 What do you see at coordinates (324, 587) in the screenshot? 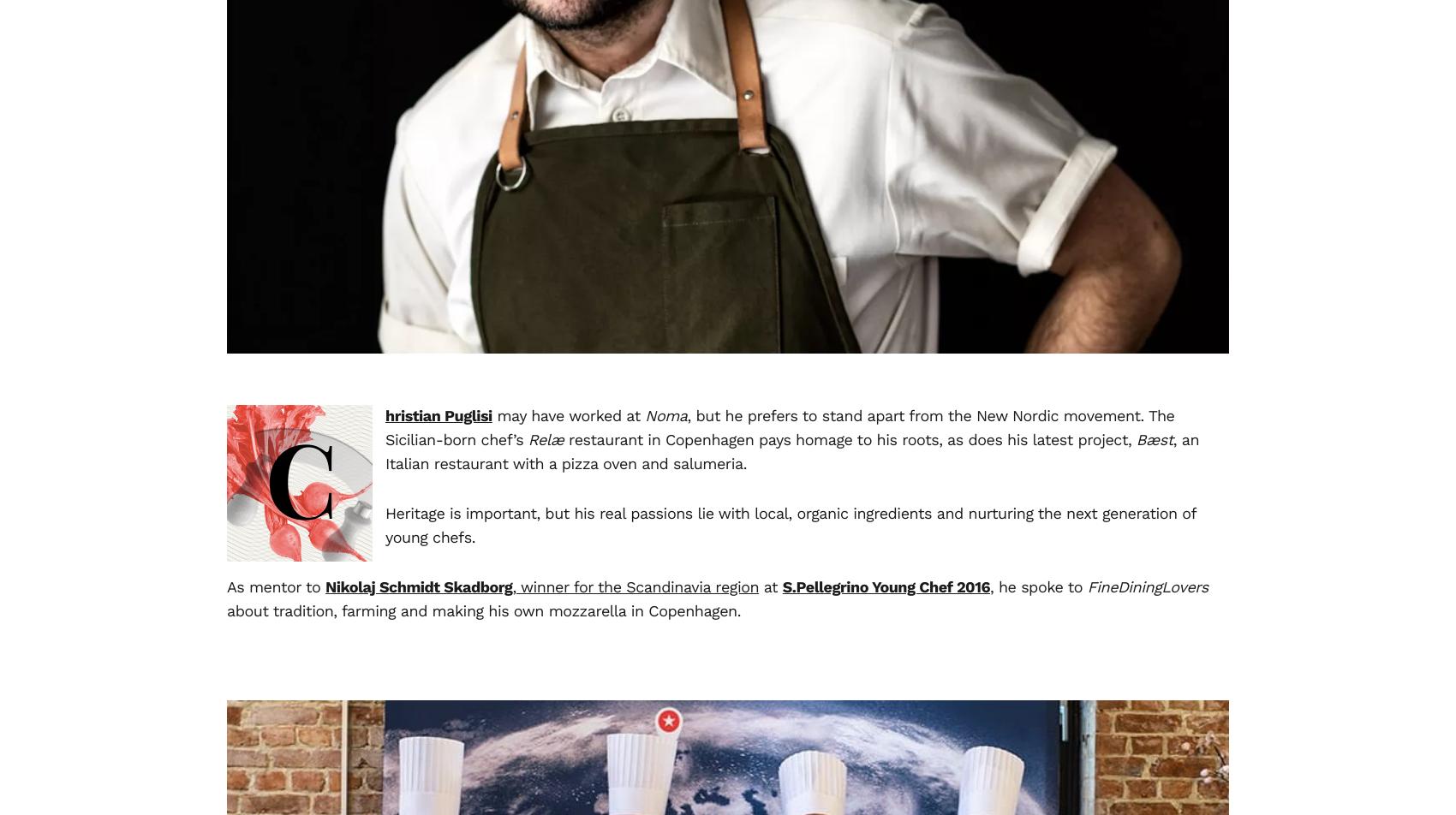
I see `'Nikolaj Schmidt Skadborg'` at bounding box center [324, 587].